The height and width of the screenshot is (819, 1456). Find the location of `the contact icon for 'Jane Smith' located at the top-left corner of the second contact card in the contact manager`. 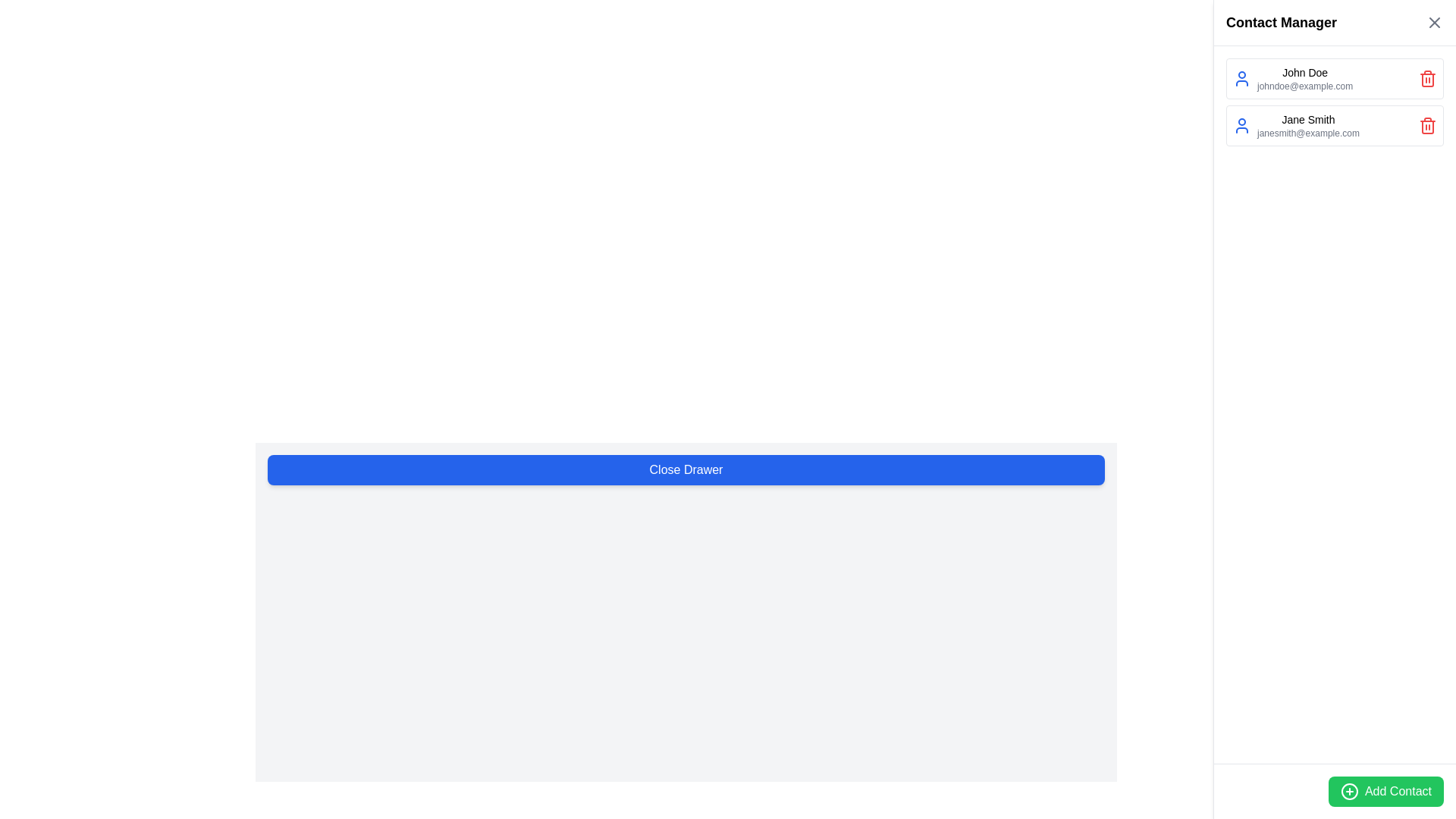

the contact icon for 'Jane Smith' located at the top-left corner of the second contact card in the contact manager is located at coordinates (1241, 124).